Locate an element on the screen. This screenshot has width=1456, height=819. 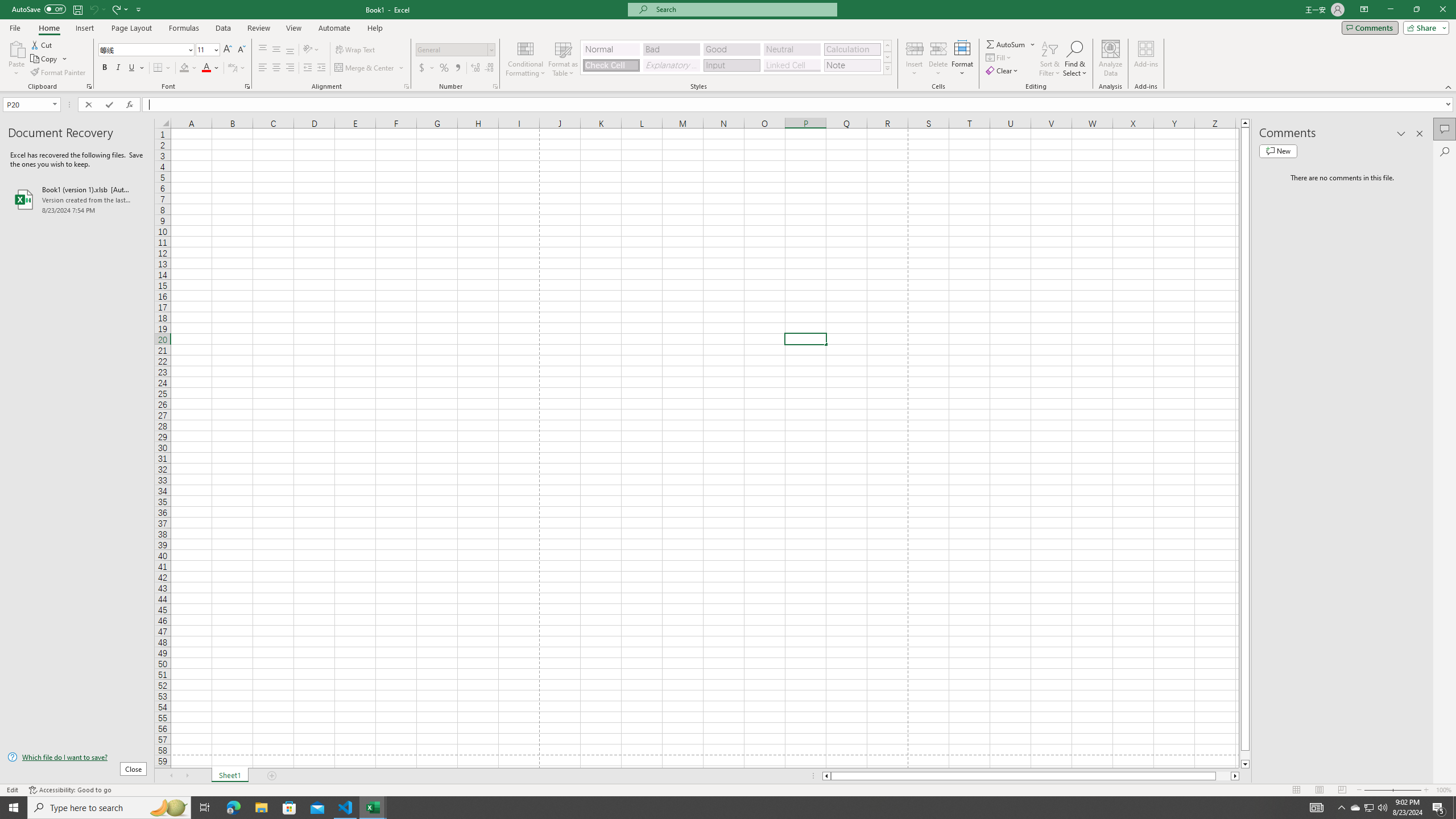
'Zoom In' is located at coordinates (1426, 790).